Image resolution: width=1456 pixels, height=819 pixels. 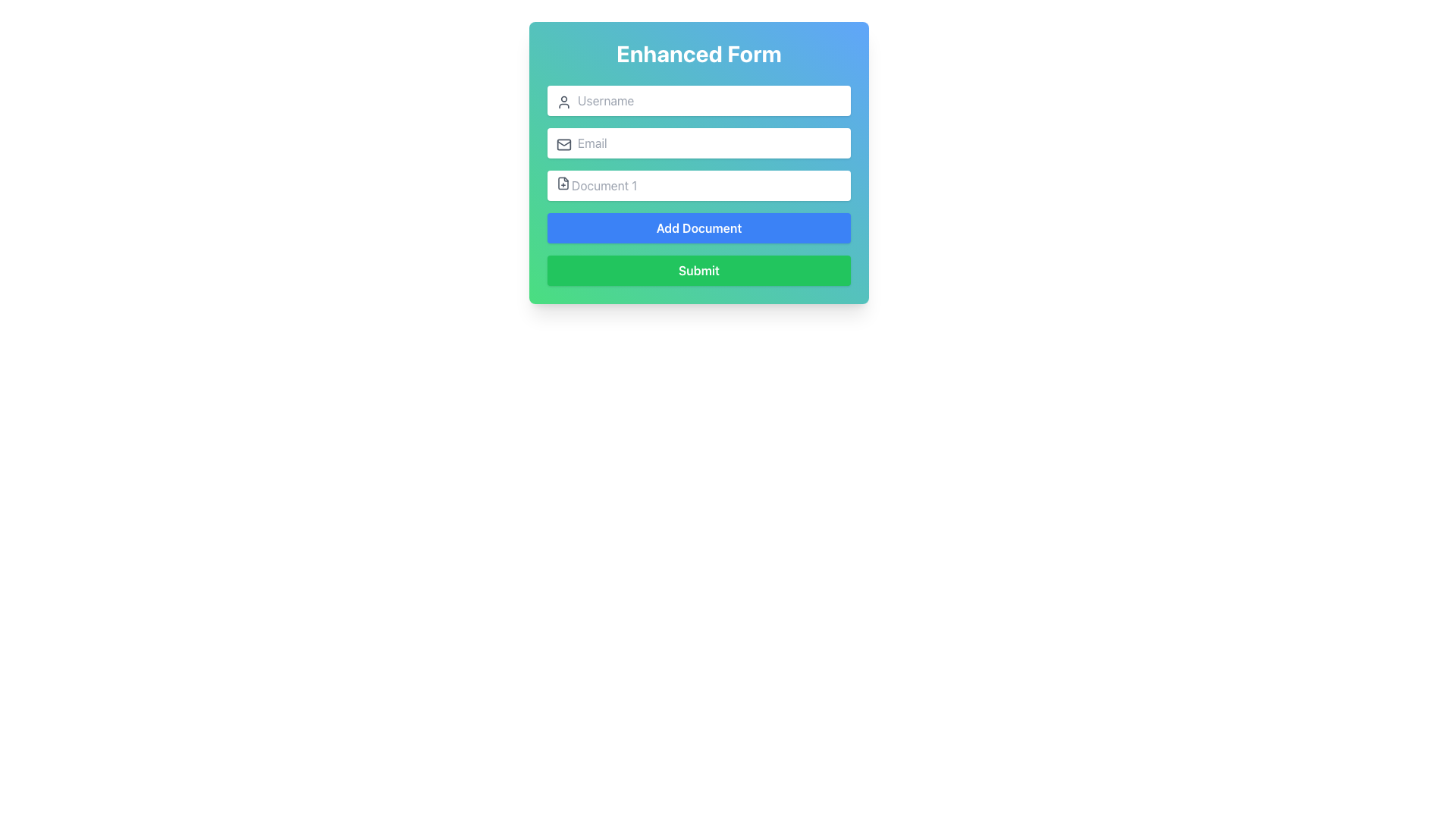 What do you see at coordinates (563, 145) in the screenshot?
I see `the email input icon located to the left of the 'Email' text field within the form card, positioned above the 'Document 1' input field and below the 'Username' field` at bounding box center [563, 145].